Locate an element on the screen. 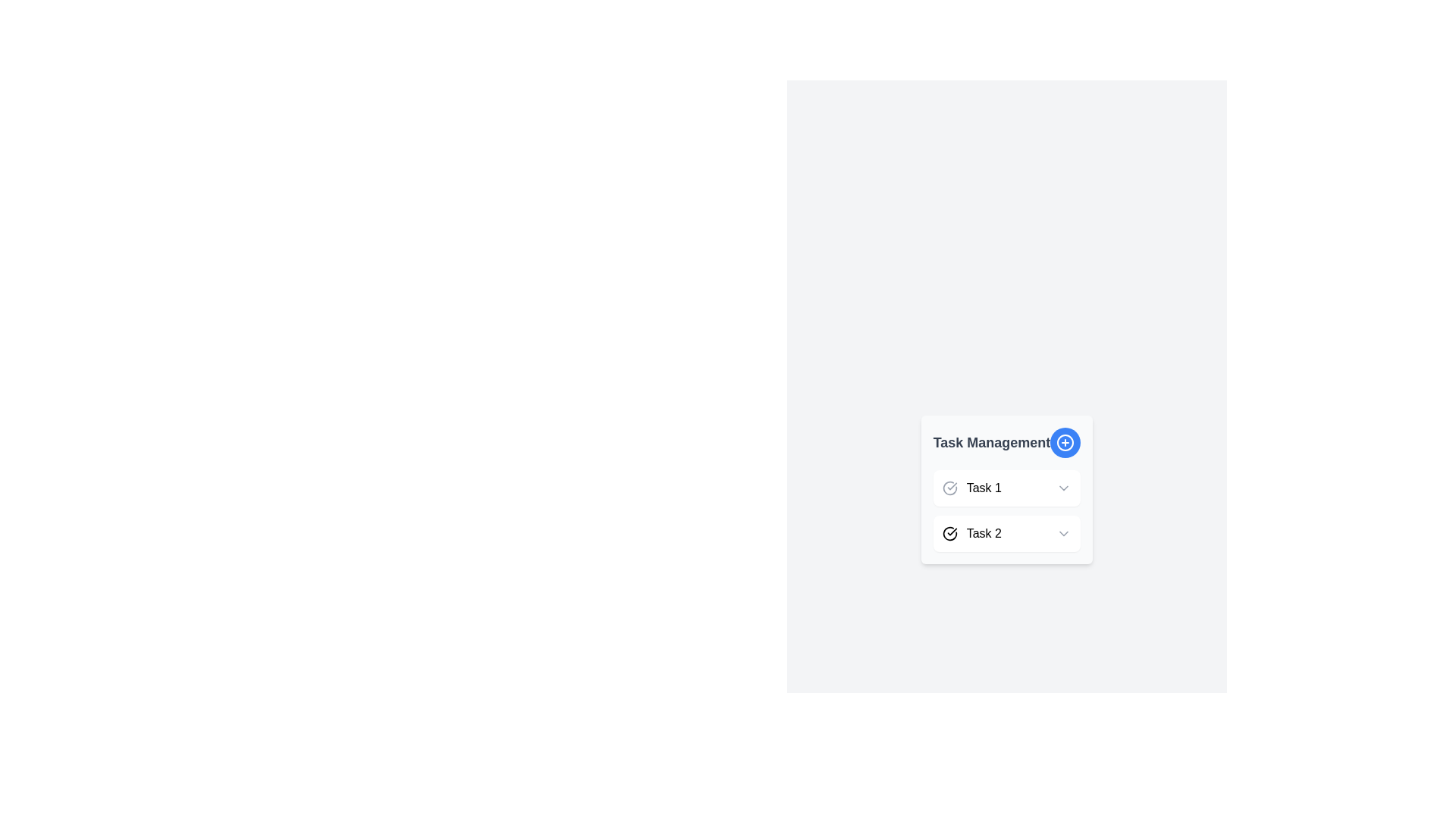 This screenshot has width=1456, height=819. the circular icon with a checkmark inside, which has a gray outline and a white inner background, located to the left of the text 'Task 1' under 'Task Management' is located at coordinates (949, 488).